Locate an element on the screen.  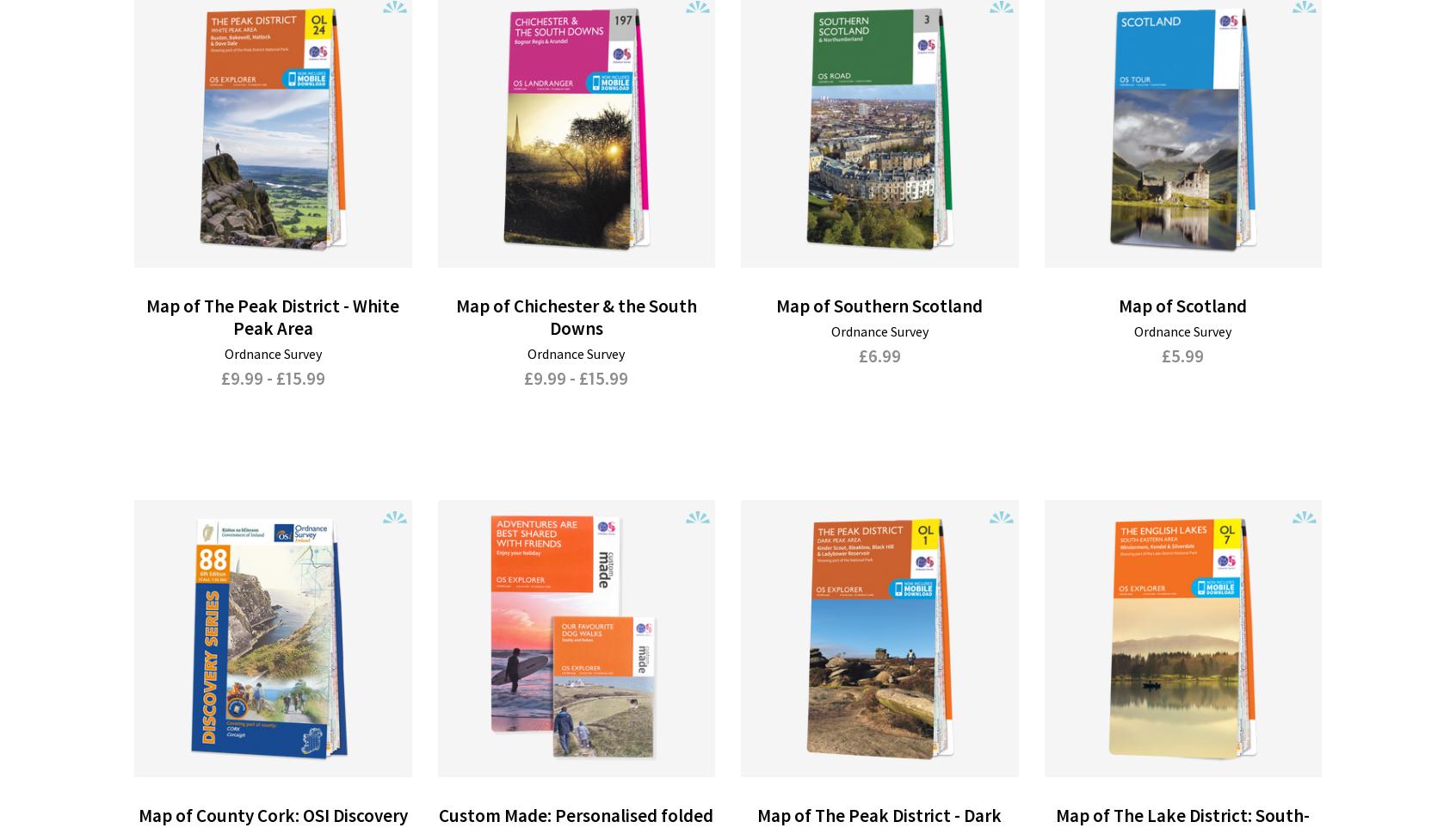
'OS Maps' is located at coordinates (179, 708).